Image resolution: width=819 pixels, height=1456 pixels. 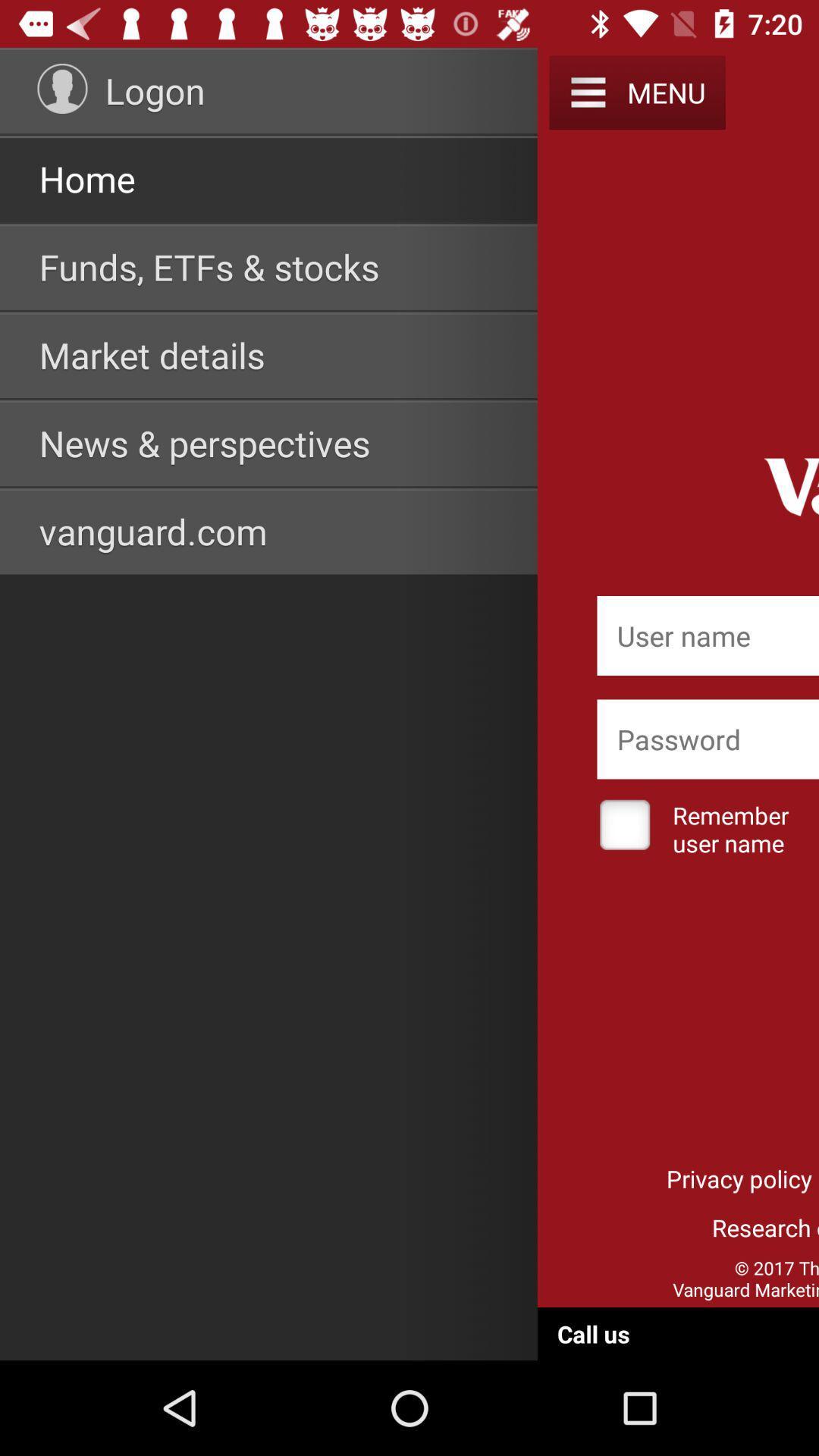 What do you see at coordinates (708, 739) in the screenshot?
I see `the text above the text username` at bounding box center [708, 739].